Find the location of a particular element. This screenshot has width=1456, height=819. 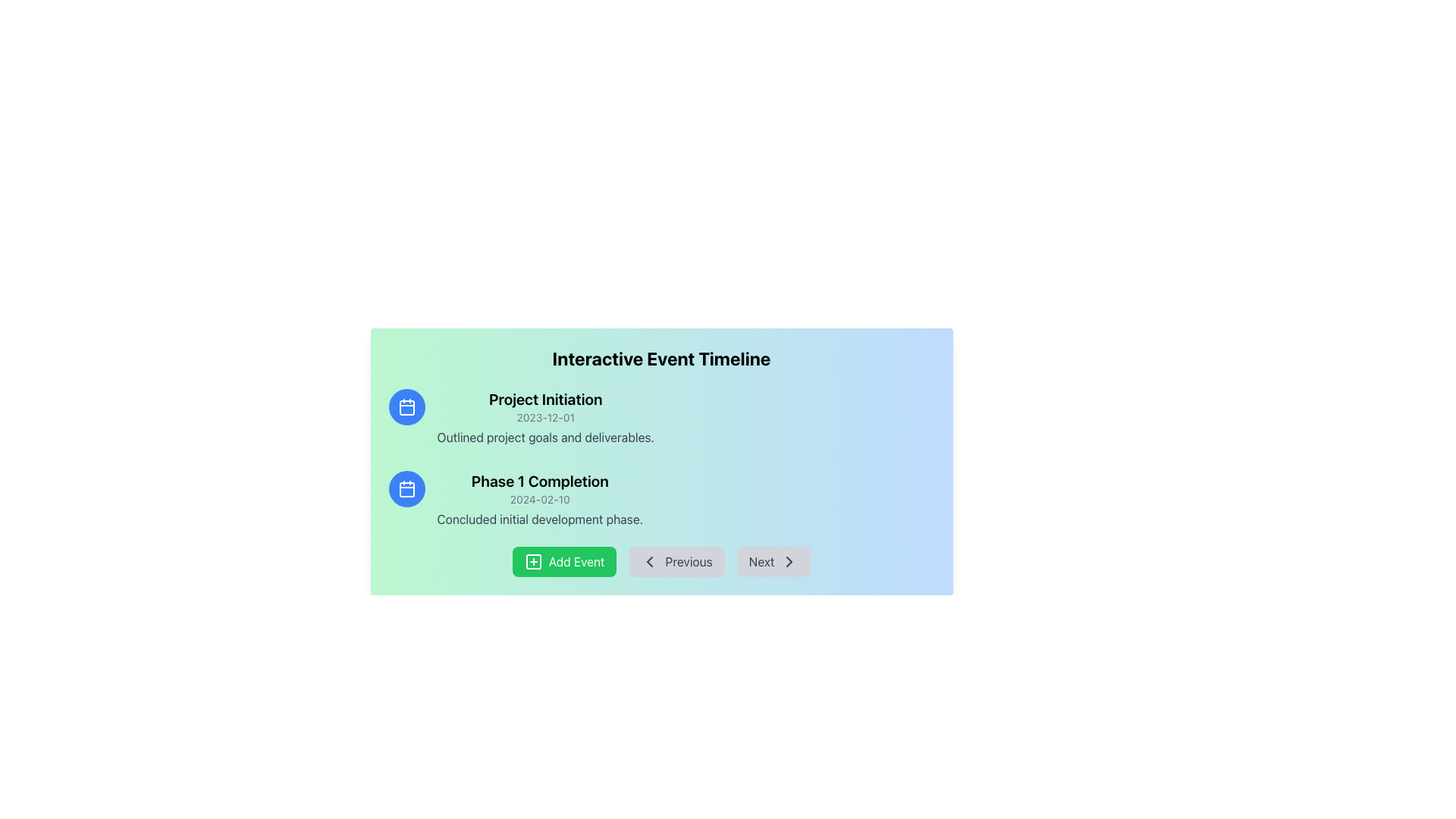

the informational panel titled 'Phase 1 Completion' with the date '2024-02-10' and description 'Concluded initial development phase.' is located at coordinates (661, 500).